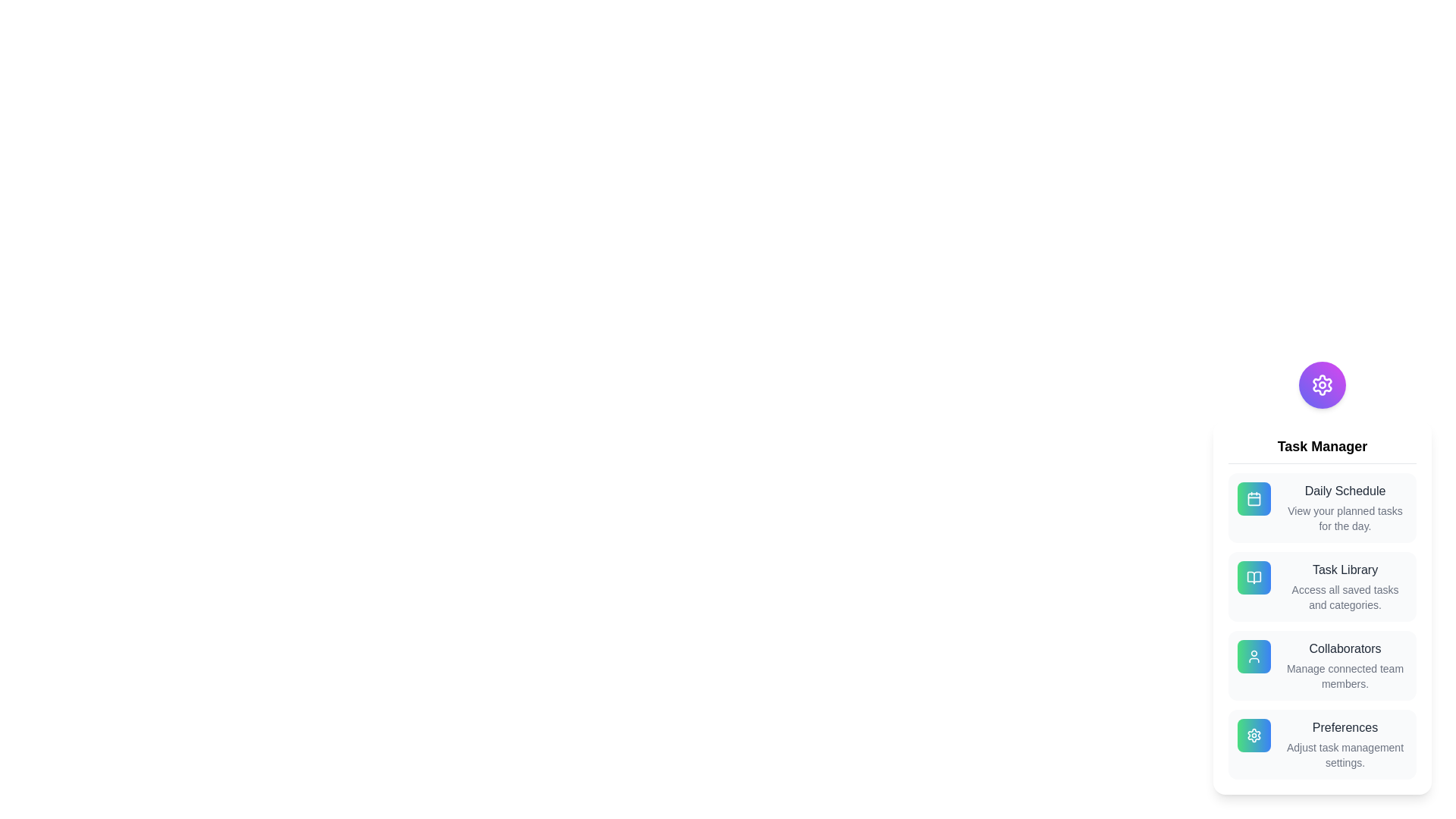 Image resolution: width=1456 pixels, height=819 pixels. I want to click on the 'Preferences' option in the menu to adjust task management settings, so click(1321, 744).